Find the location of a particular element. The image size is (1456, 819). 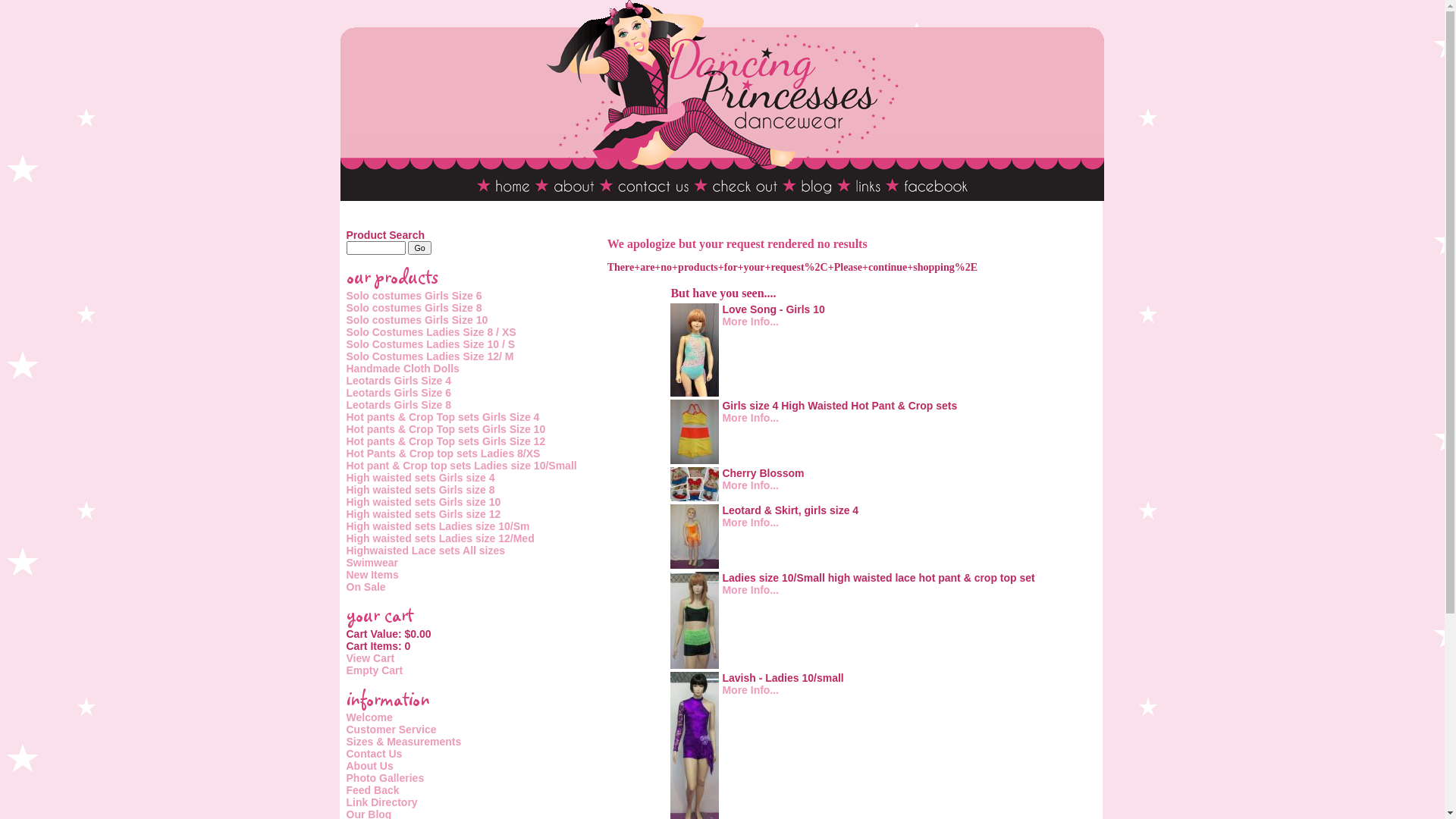

'High waisted sets Girls size 12' is located at coordinates (422, 513).